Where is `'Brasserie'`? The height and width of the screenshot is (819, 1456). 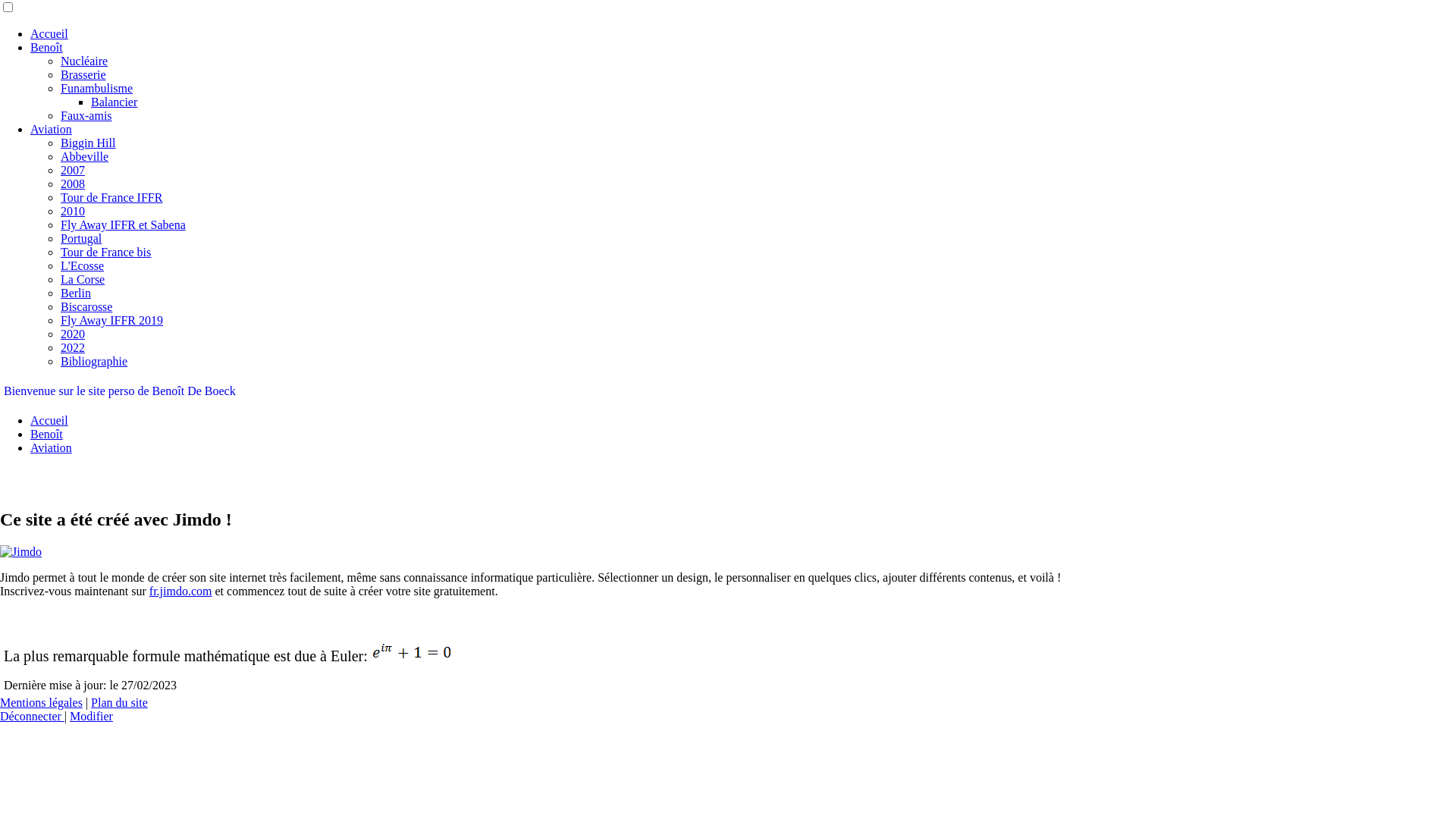 'Brasserie' is located at coordinates (83, 74).